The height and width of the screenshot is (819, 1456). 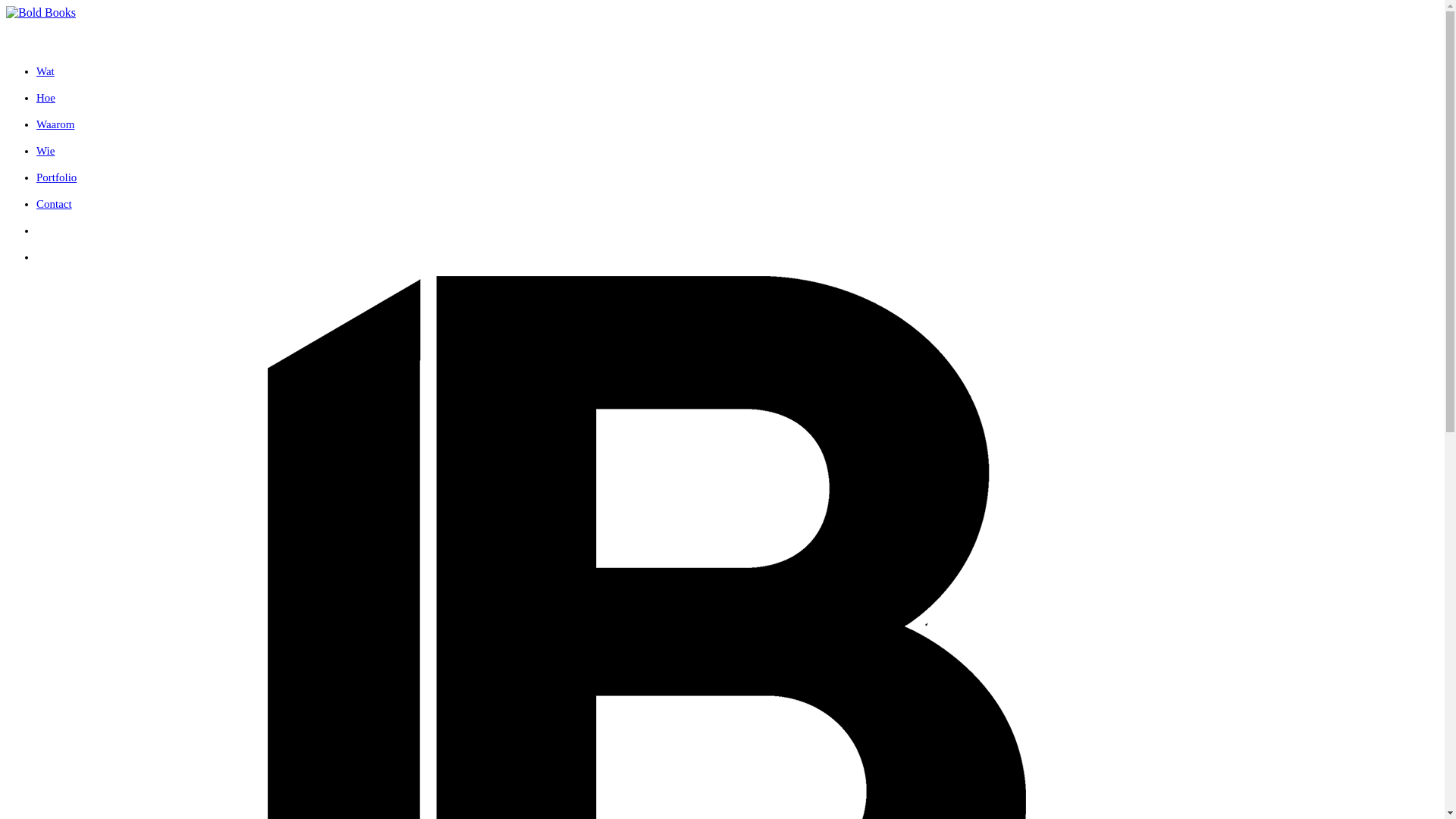 What do you see at coordinates (45, 151) in the screenshot?
I see `'Wie'` at bounding box center [45, 151].